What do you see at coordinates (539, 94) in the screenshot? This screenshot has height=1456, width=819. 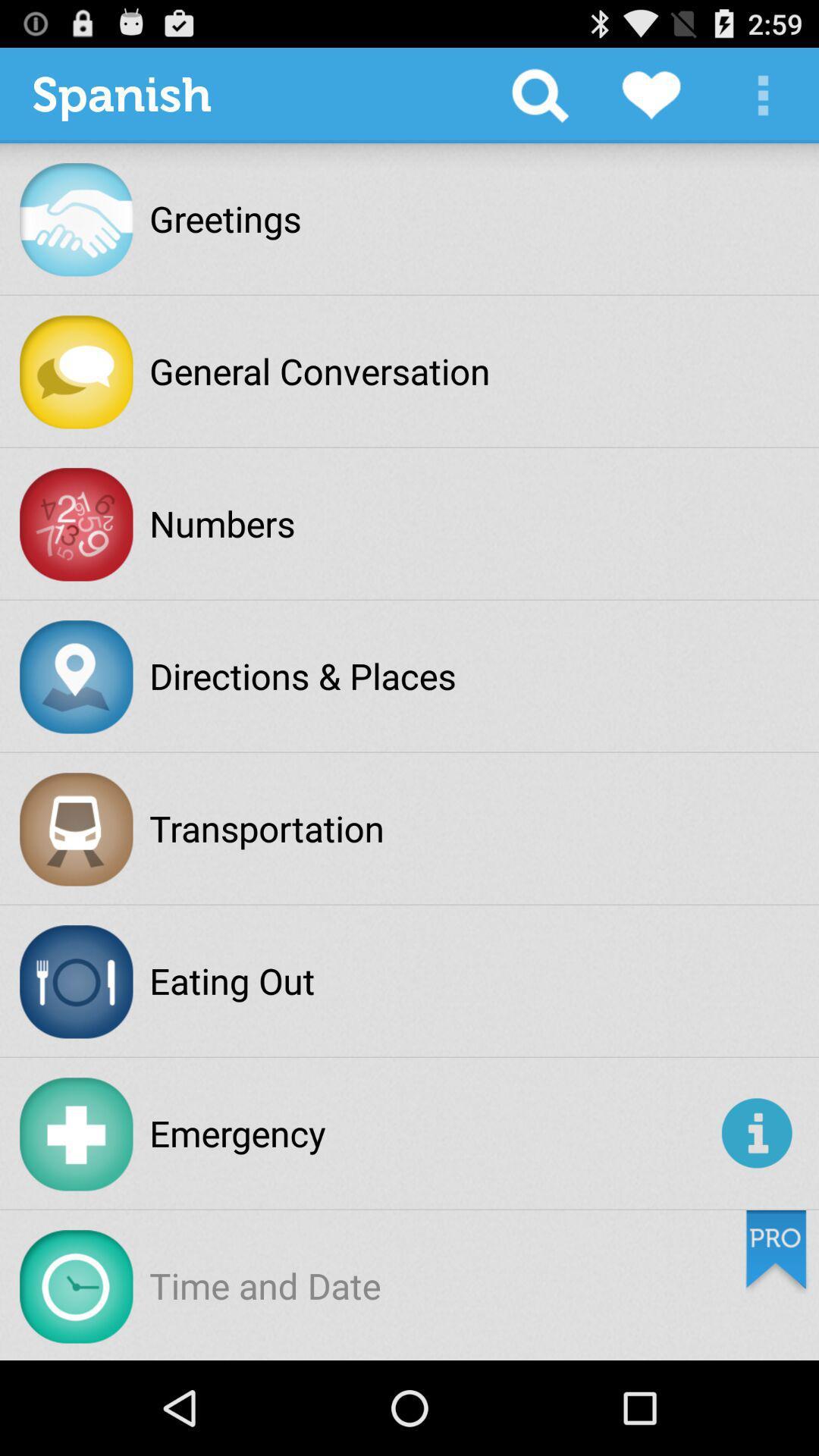 I see `the app to the right of the spanish item` at bounding box center [539, 94].